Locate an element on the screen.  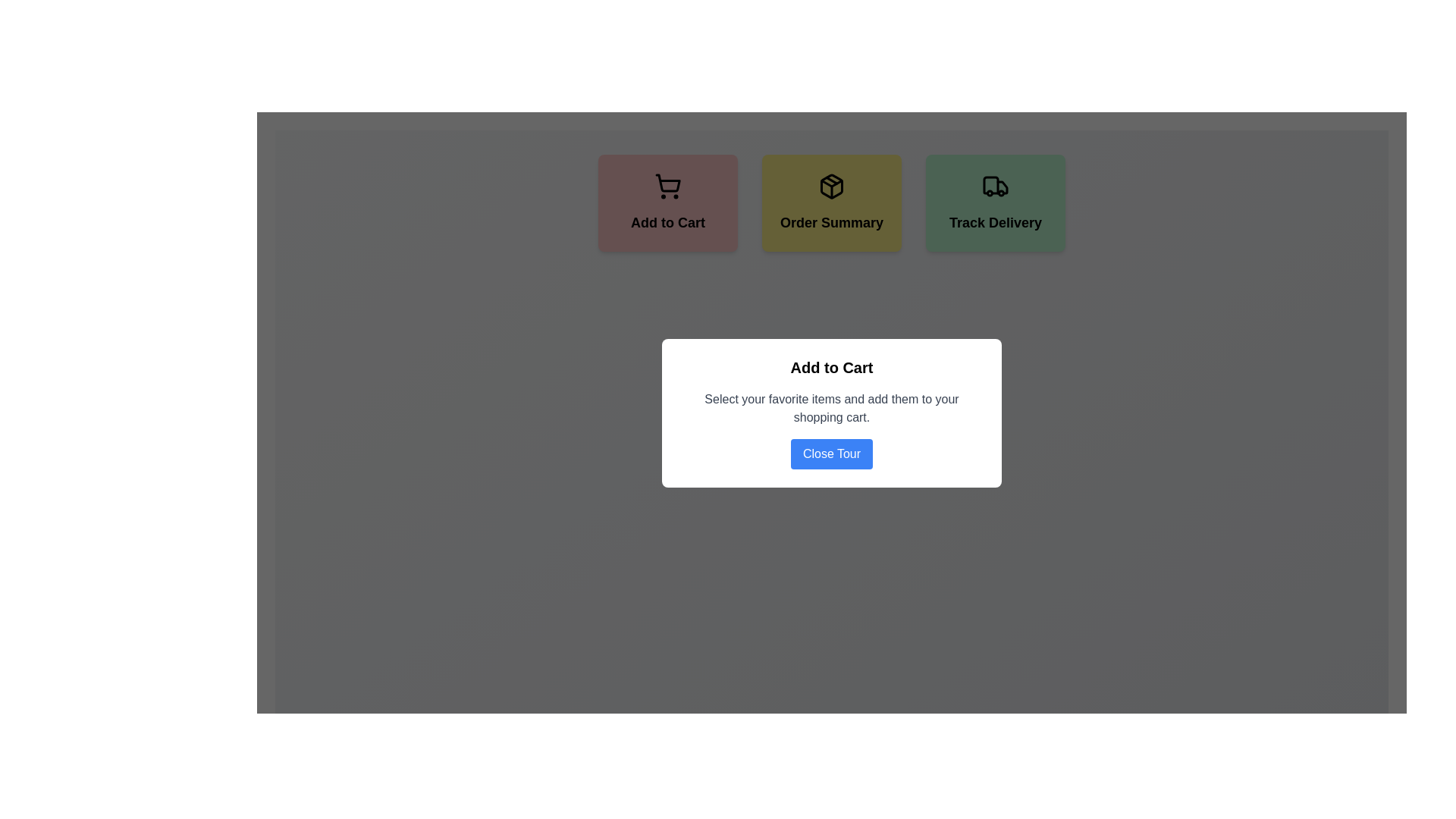
the cabin of the truck icon located in the green 'Track Delivery' button in the top-right section of the interface, which represents the delivery concept is located at coordinates (991, 184).